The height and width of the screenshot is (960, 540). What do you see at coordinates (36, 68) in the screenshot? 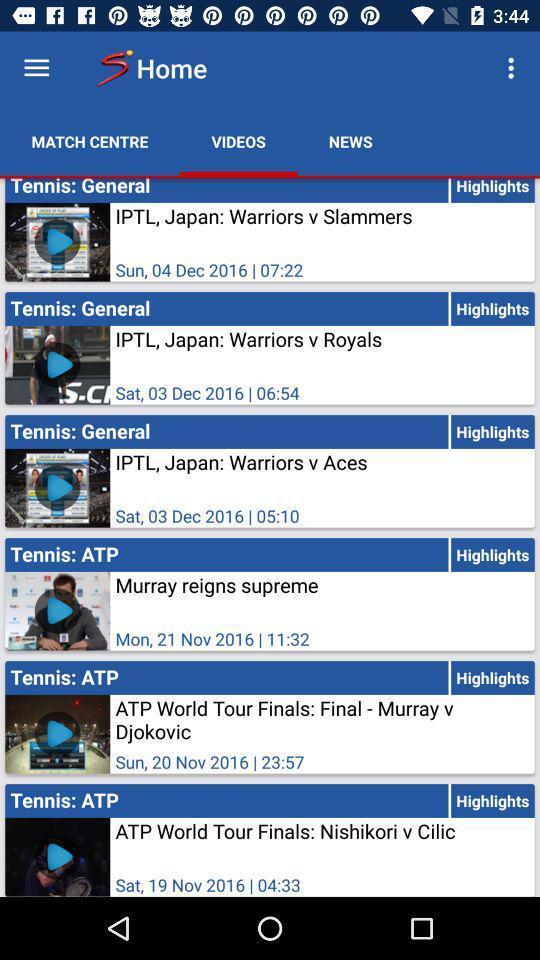
I see `search for` at bounding box center [36, 68].